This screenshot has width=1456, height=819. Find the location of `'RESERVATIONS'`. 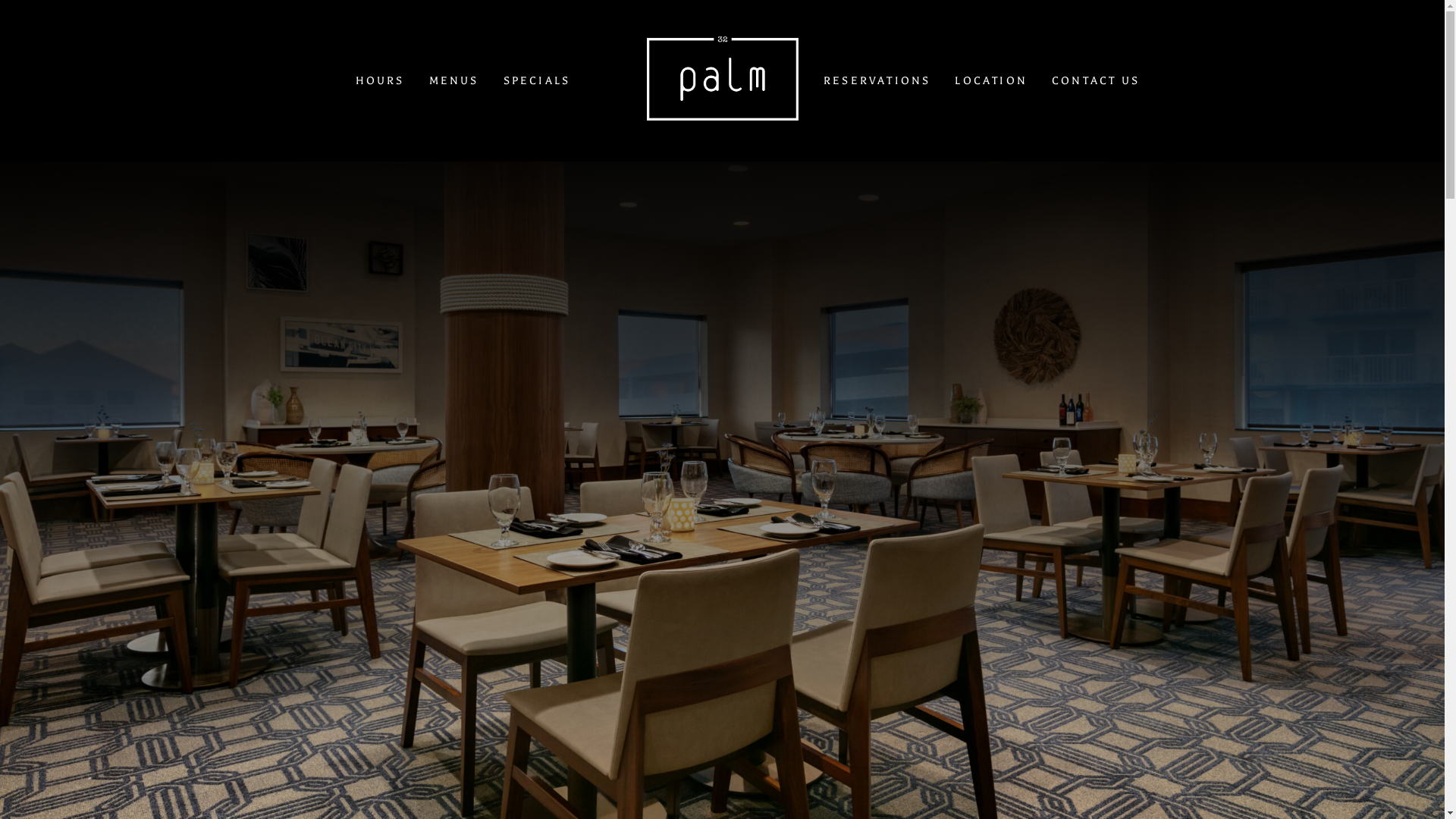

'RESERVATIONS' is located at coordinates (877, 80).